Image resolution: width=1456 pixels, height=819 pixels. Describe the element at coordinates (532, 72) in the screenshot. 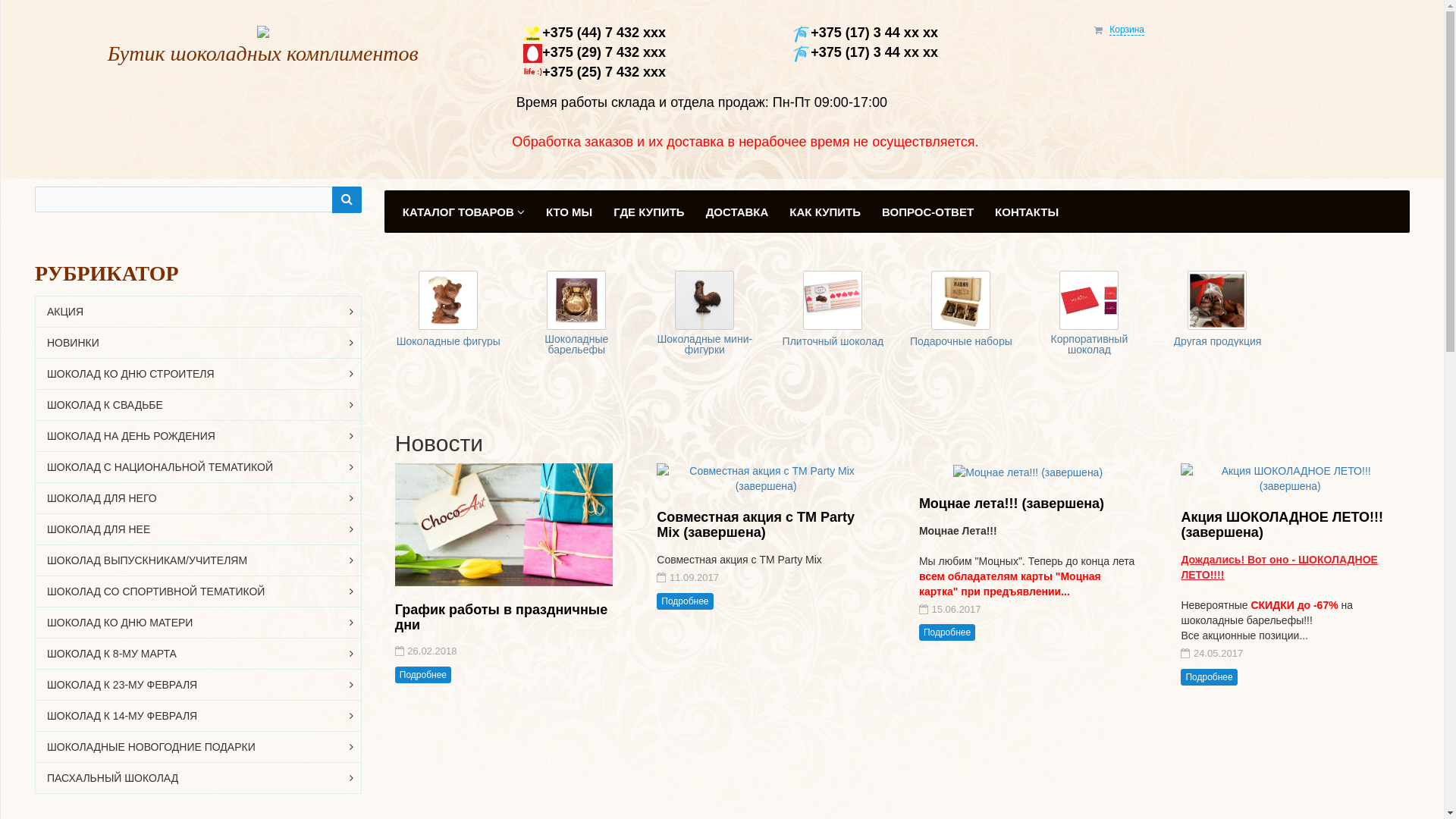

I see `'life.png'` at that location.